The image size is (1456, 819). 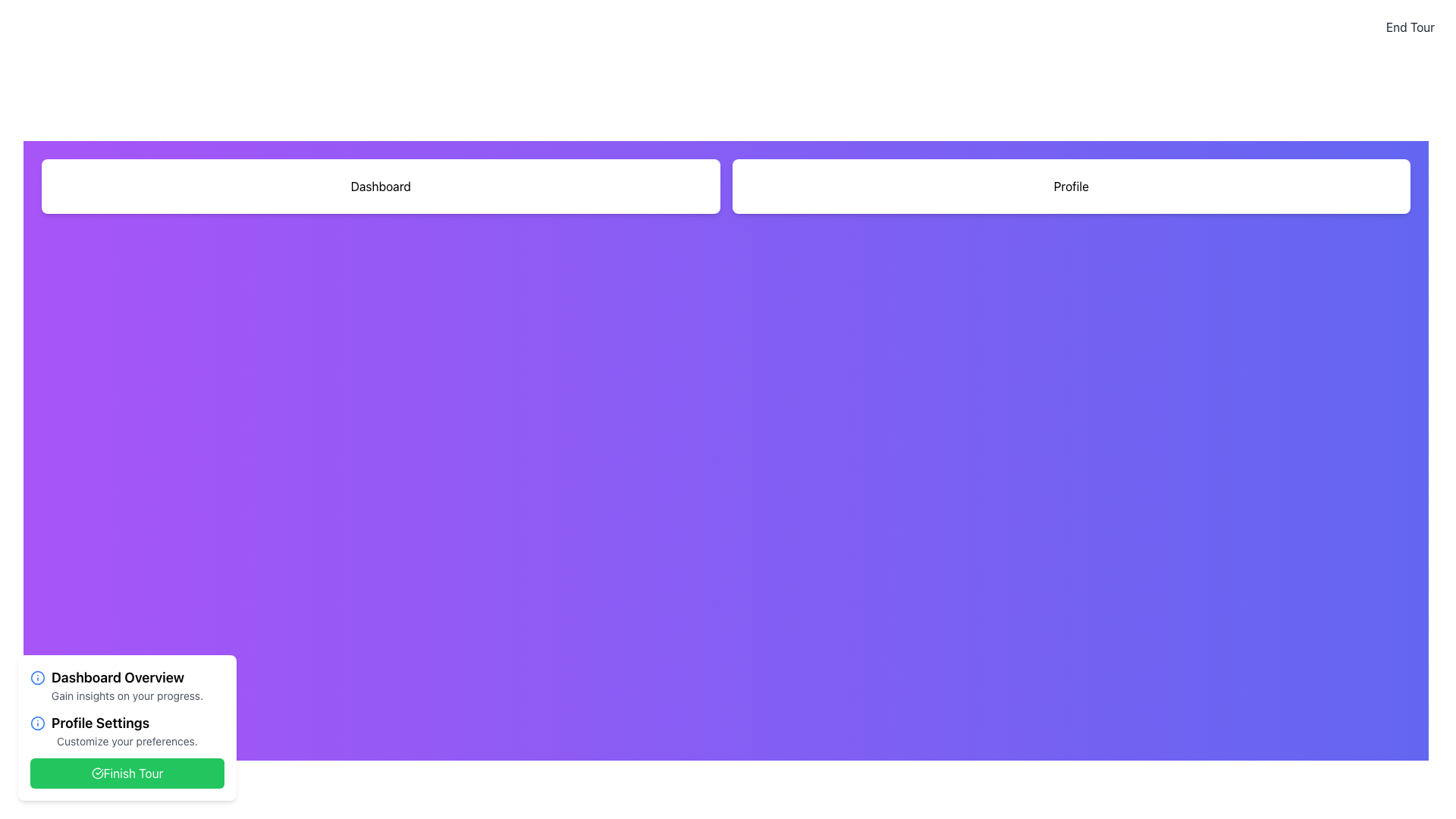 I want to click on the 'Profile Settings' label, which is styled in bold typography and accompanied by a small circular blue icon with a white 'i' symbol, so click(x=127, y=722).